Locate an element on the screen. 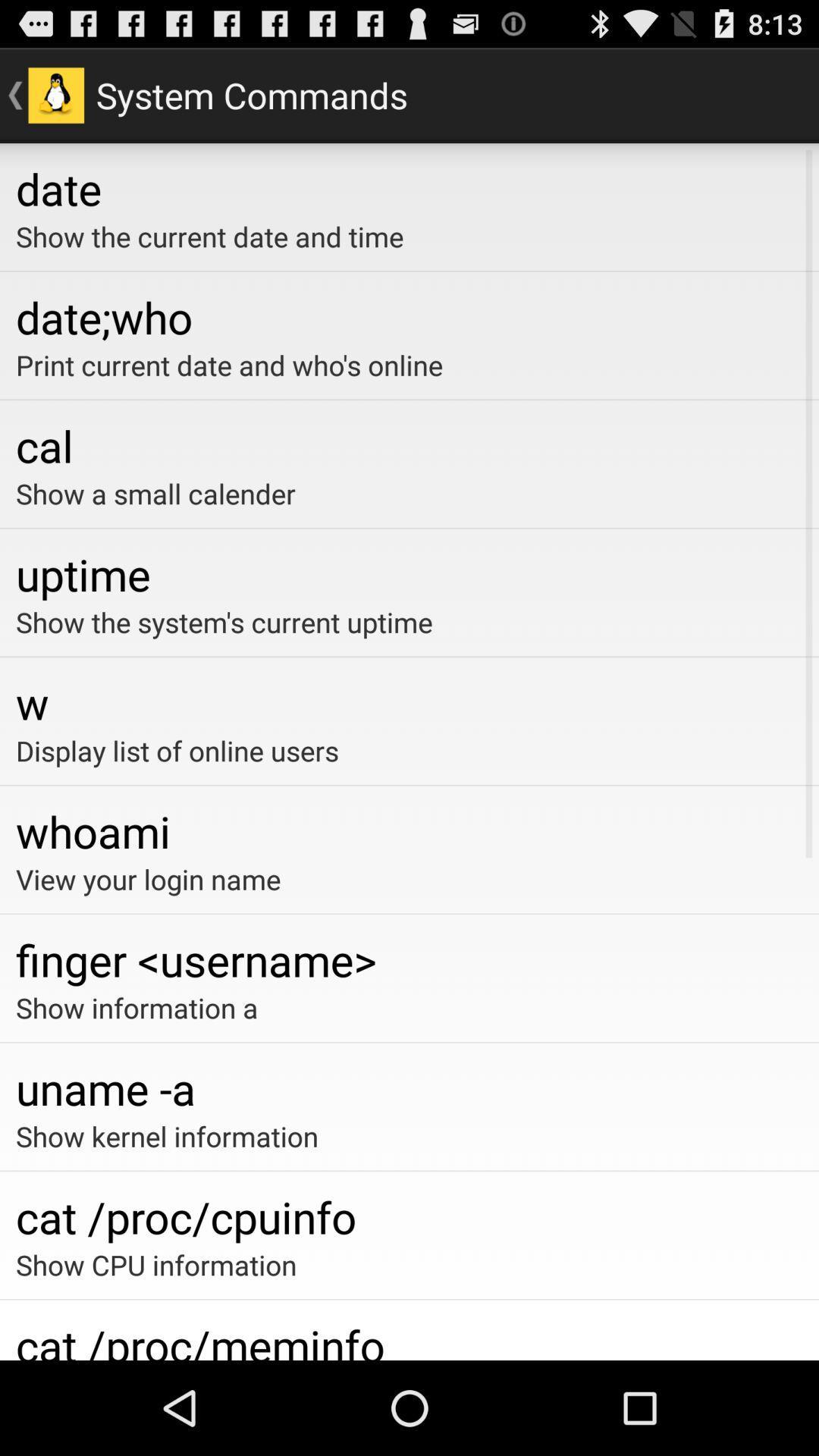 The image size is (819, 1456). whoami icon is located at coordinates (409, 830).